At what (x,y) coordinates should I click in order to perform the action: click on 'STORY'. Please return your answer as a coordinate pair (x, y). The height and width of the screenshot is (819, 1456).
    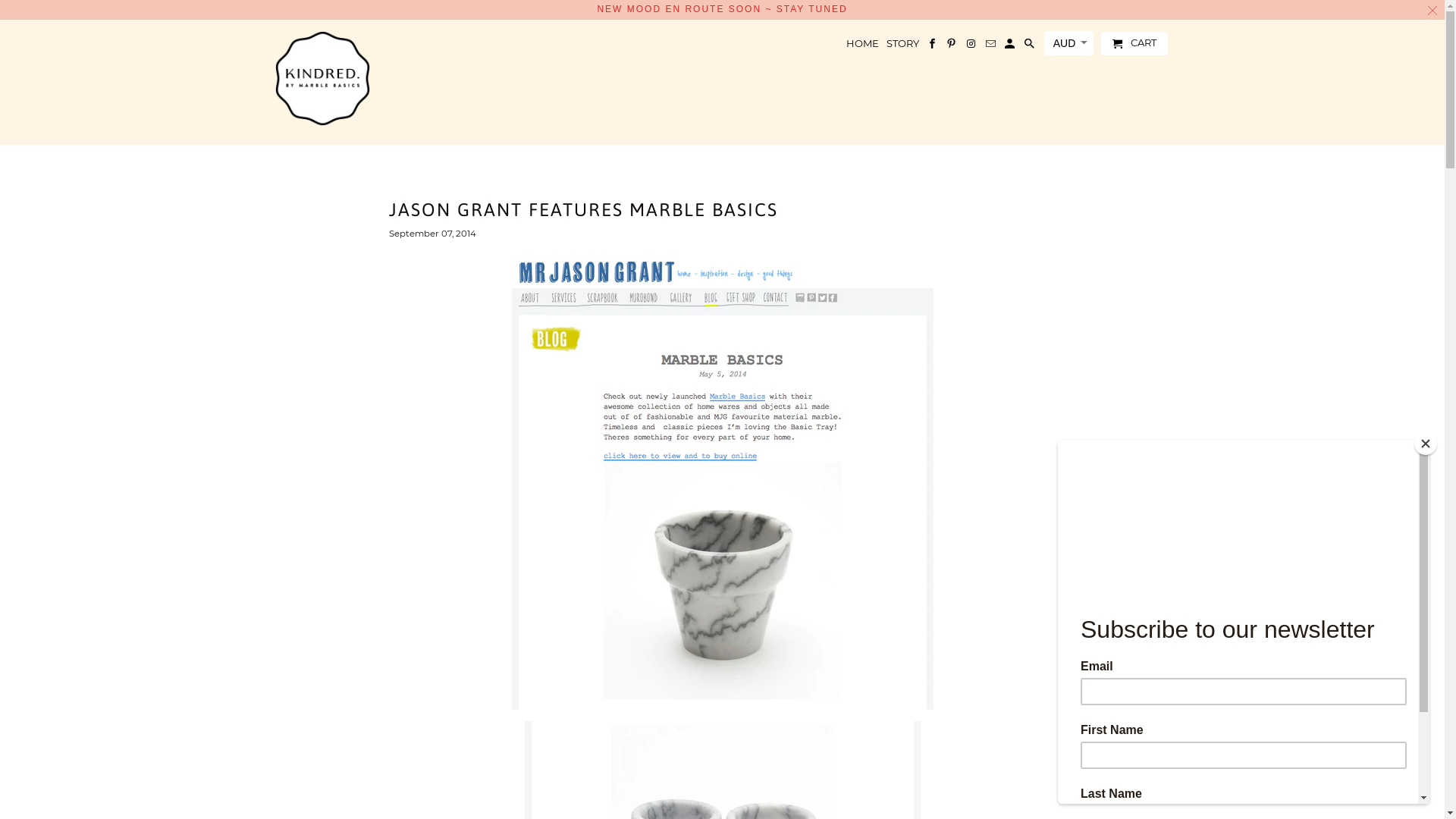
    Looking at the image, I should click on (902, 45).